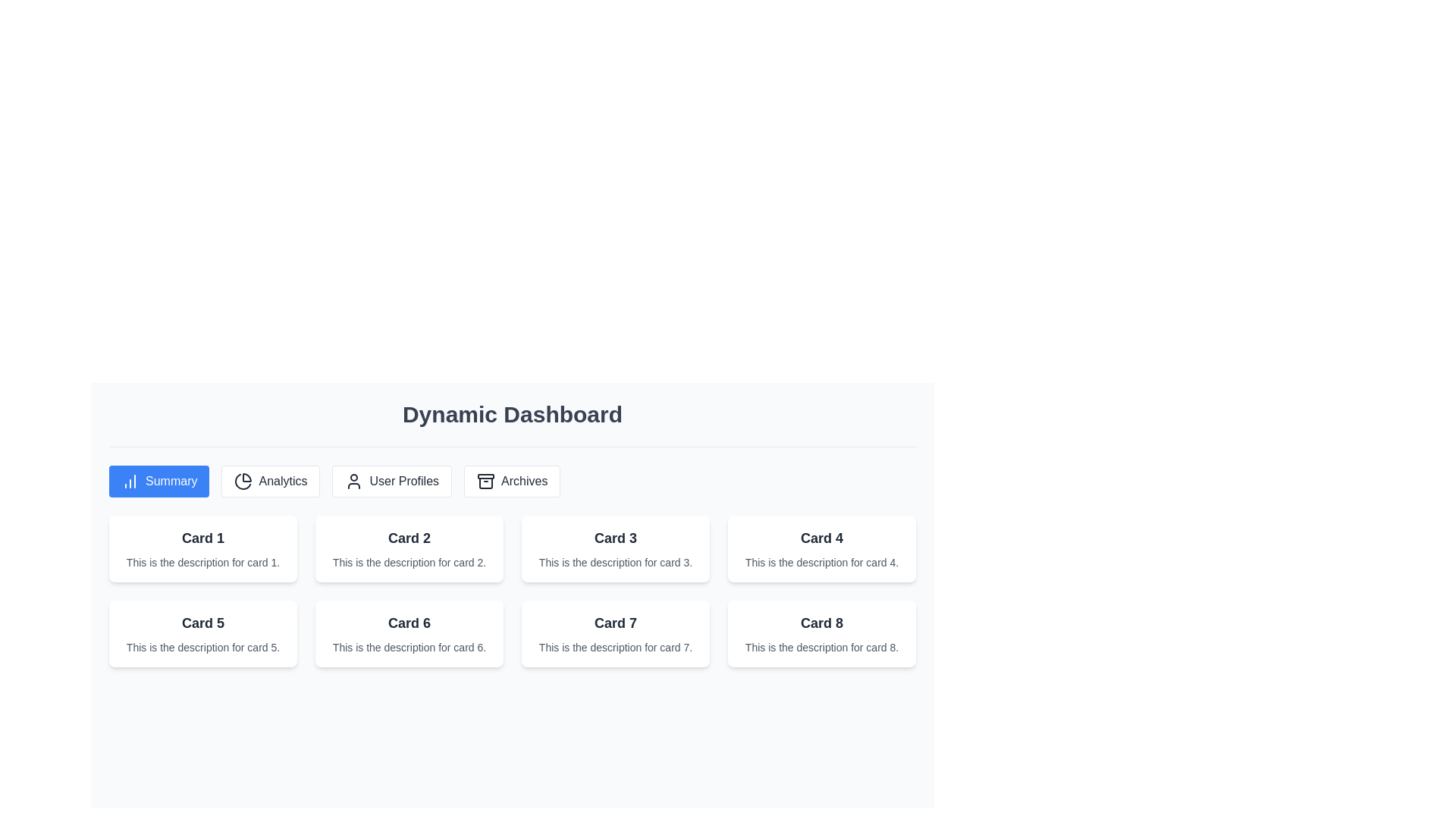 The image size is (1456, 819). I want to click on text from the Text Label that serves as the title for 'Card 3' located in the first row and third column of the grid layout, so click(615, 537).